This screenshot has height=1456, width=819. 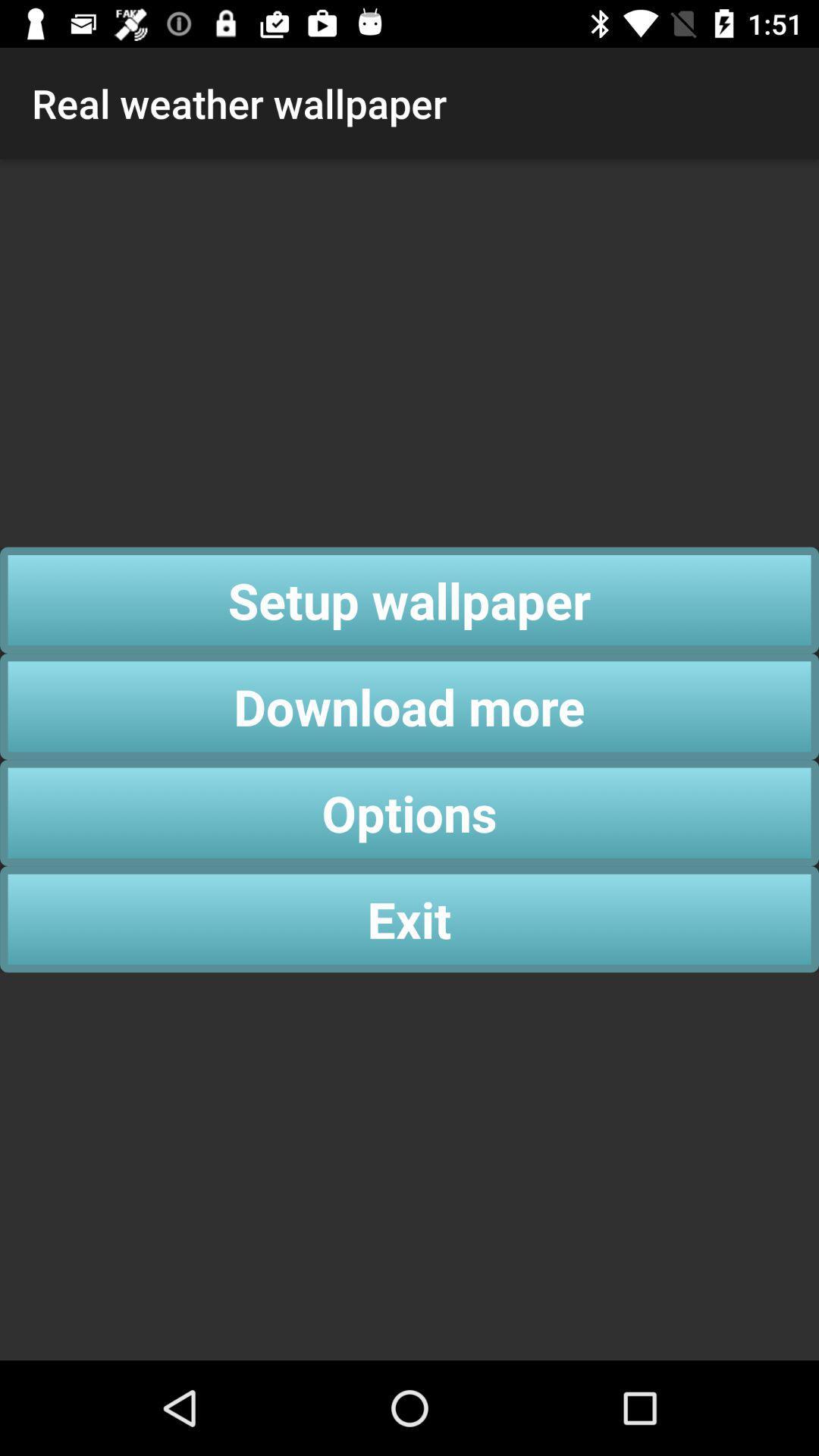 What do you see at coordinates (409, 918) in the screenshot?
I see `exit` at bounding box center [409, 918].